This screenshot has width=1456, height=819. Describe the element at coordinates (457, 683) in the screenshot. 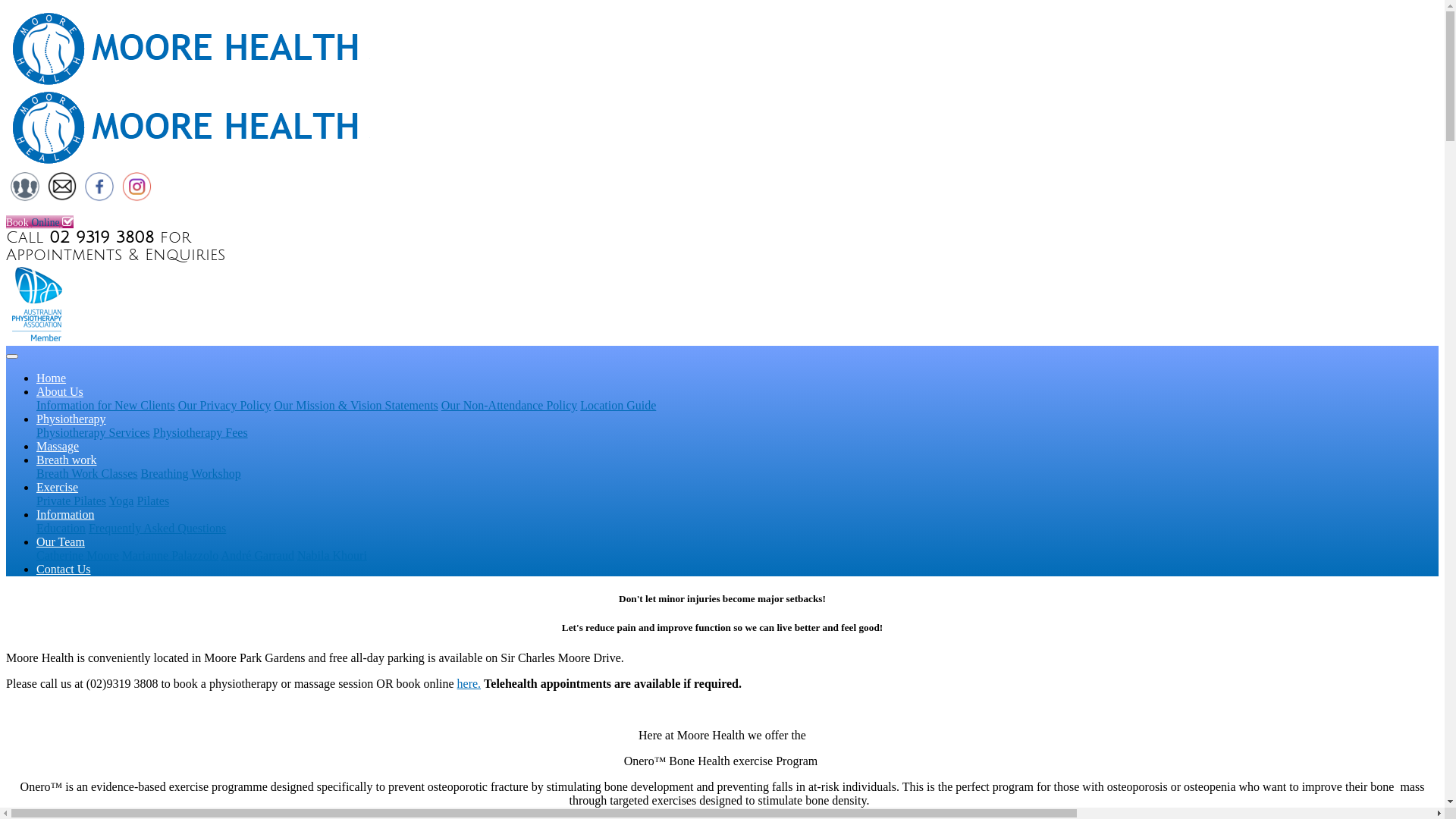

I see `'here.'` at that location.